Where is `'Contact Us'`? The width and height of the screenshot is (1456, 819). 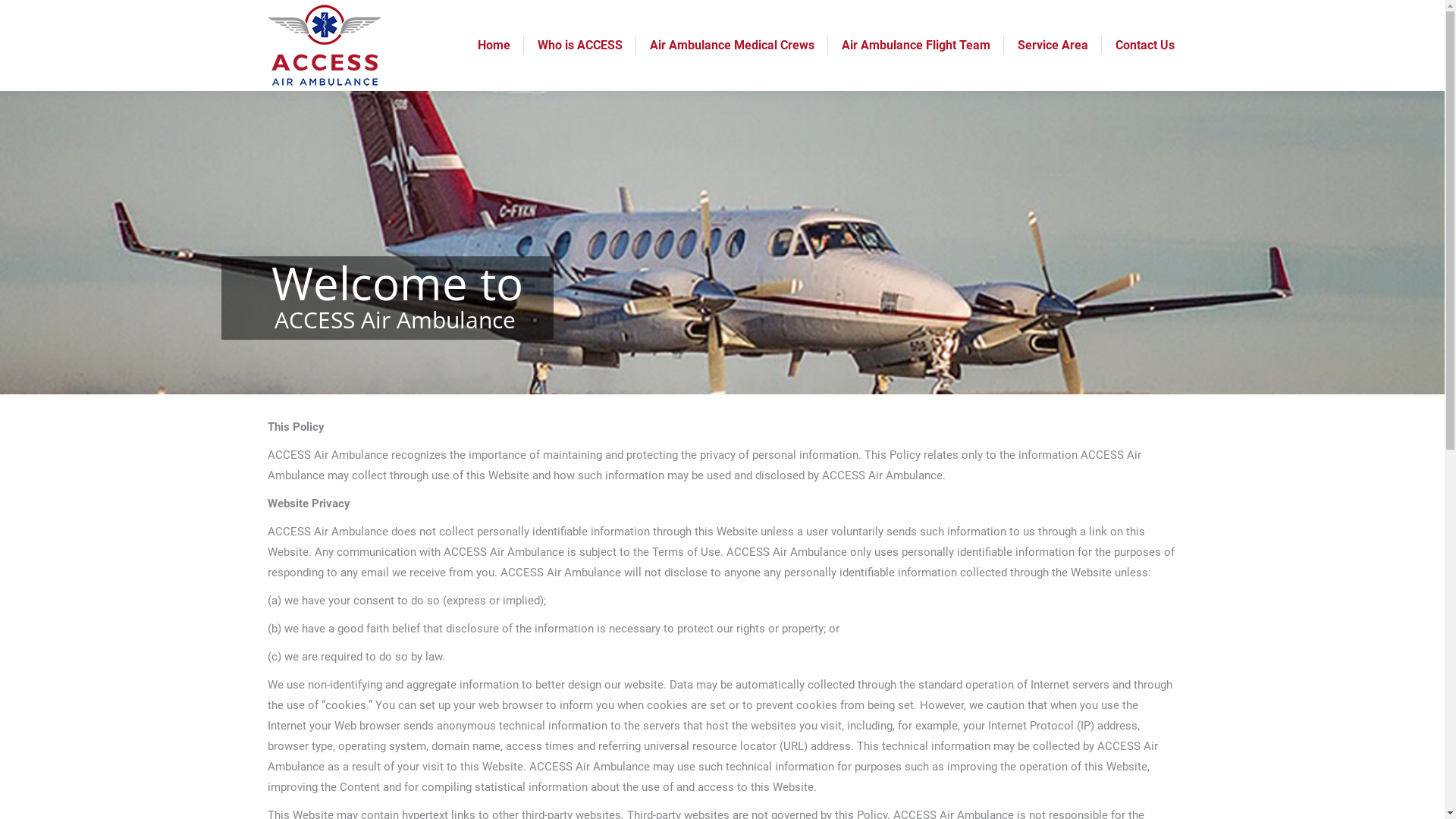 'Contact Us' is located at coordinates (1144, 45).